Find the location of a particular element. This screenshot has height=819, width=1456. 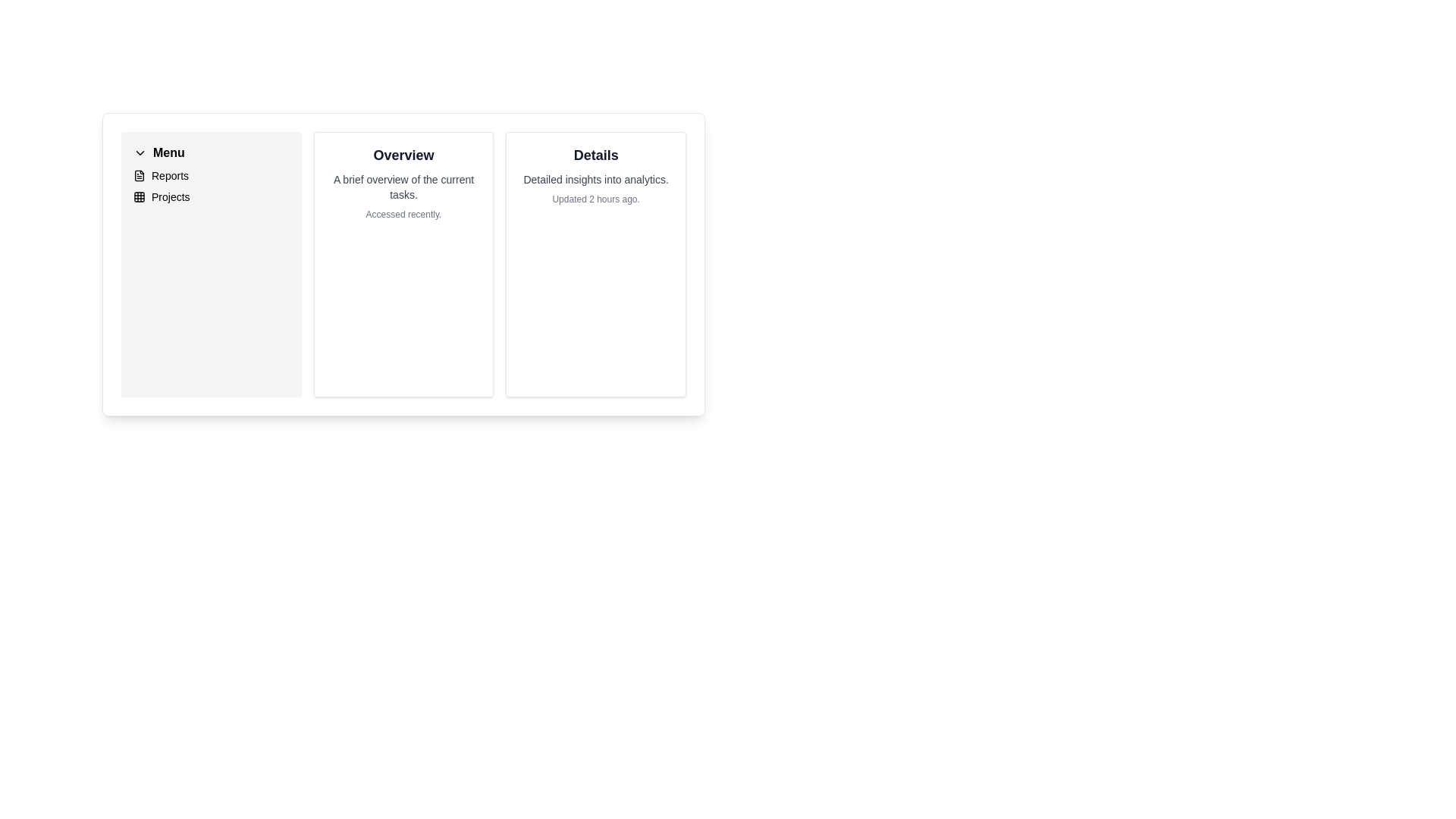

the 'Projects' navigation link located in the left sidebar menu, which is the second item below 'Reports' is located at coordinates (210, 196).